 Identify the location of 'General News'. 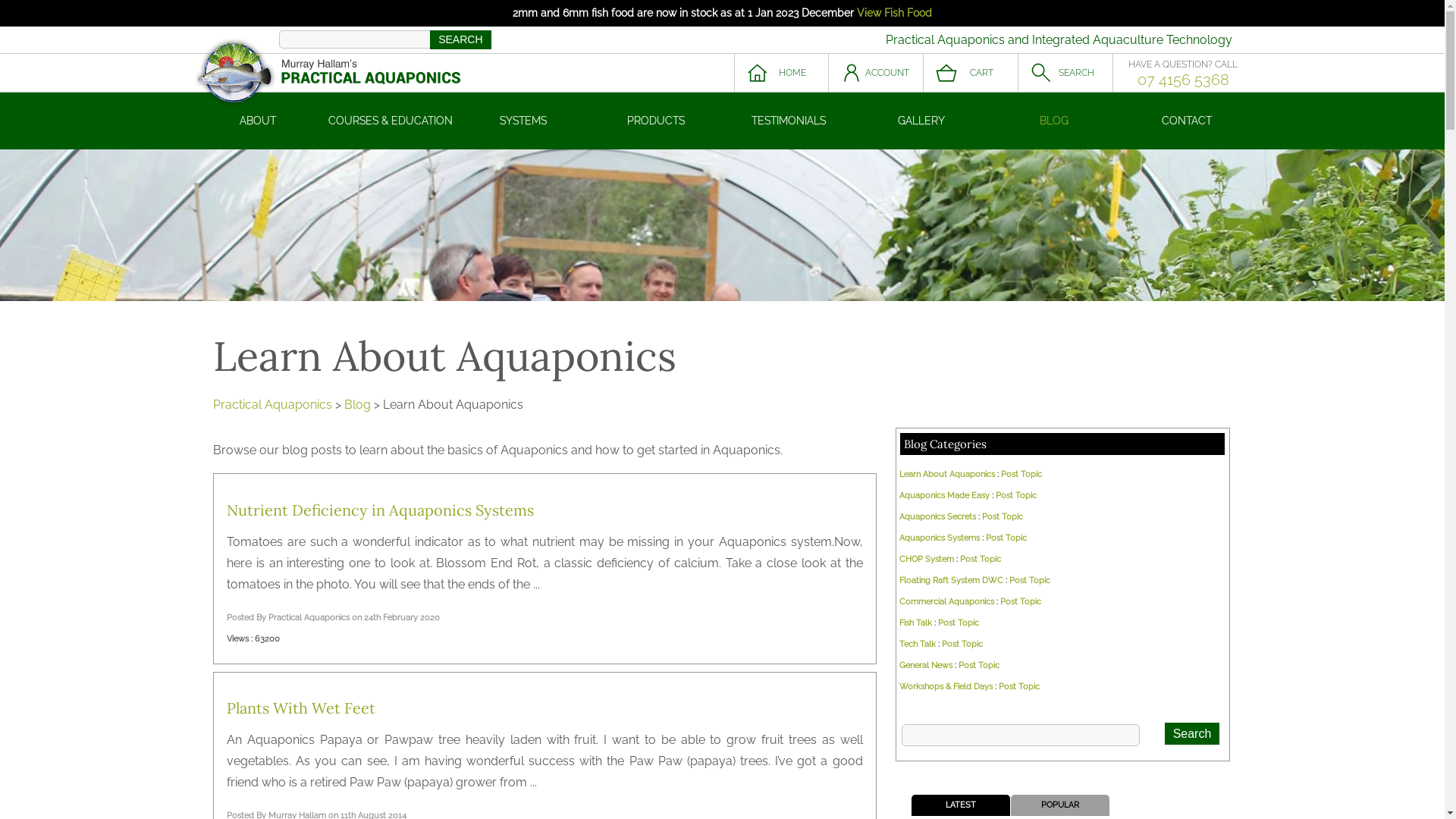
(924, 664).